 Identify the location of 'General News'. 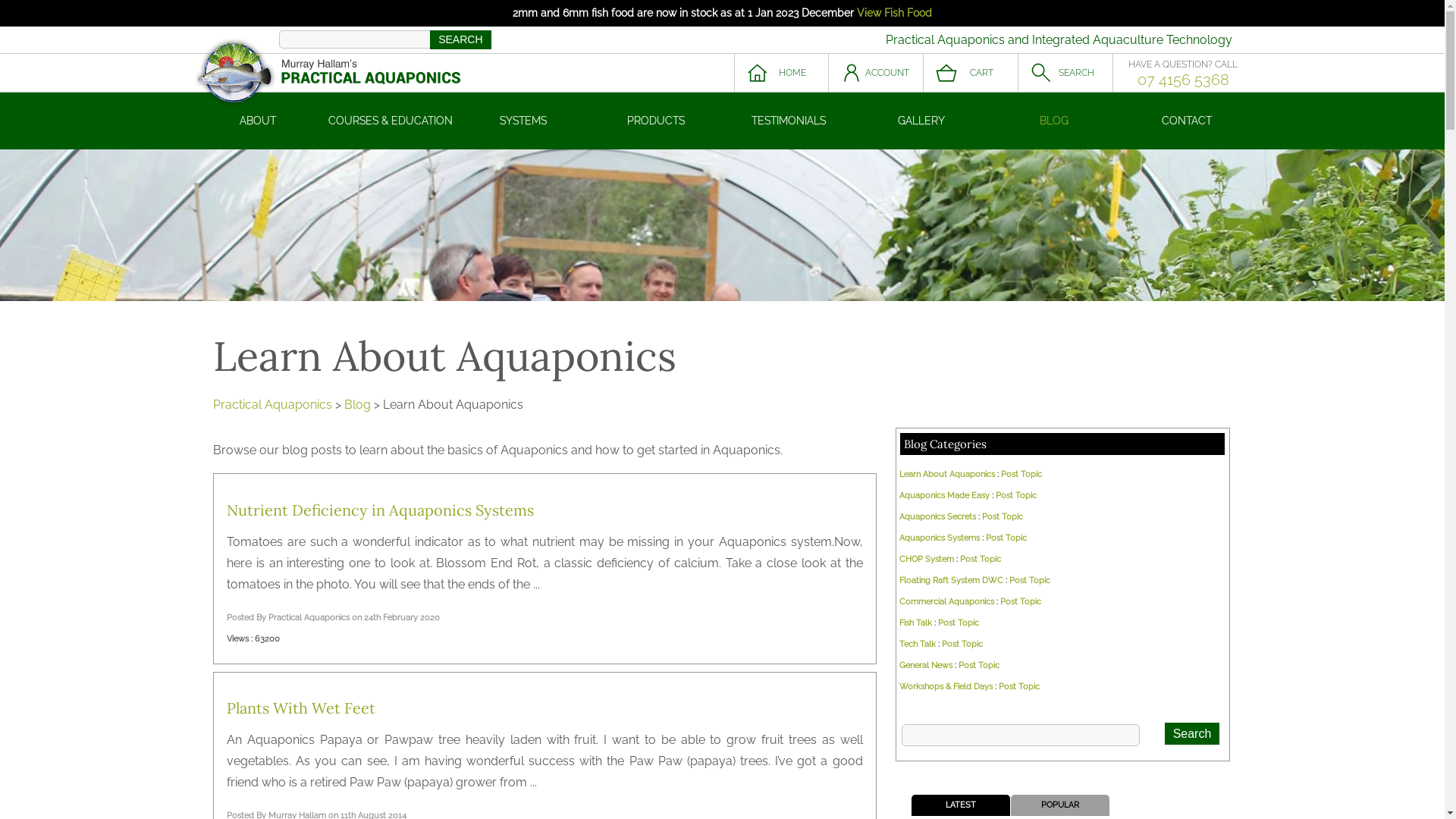
(924, 664).